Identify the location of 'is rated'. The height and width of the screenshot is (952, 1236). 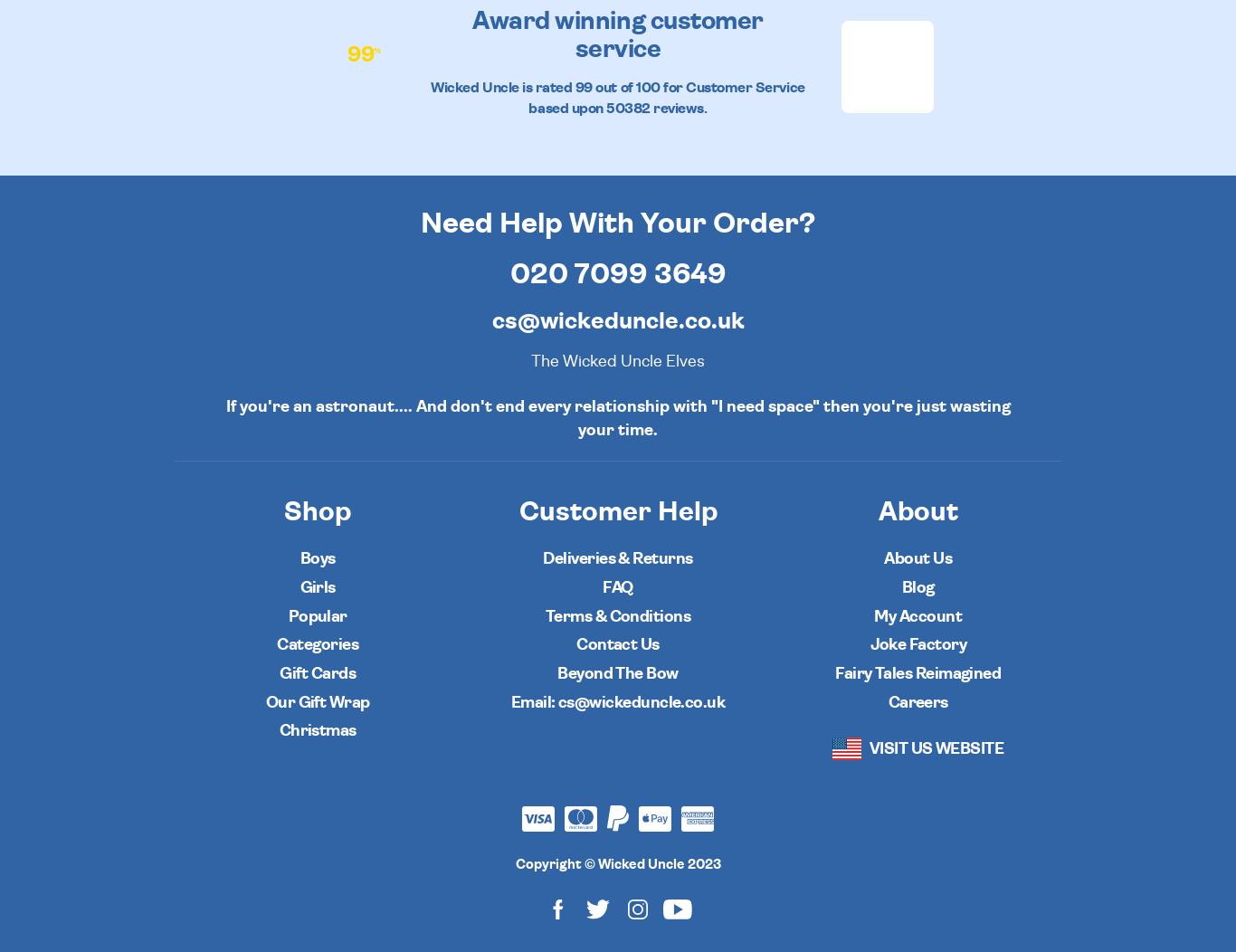
(546, 87).